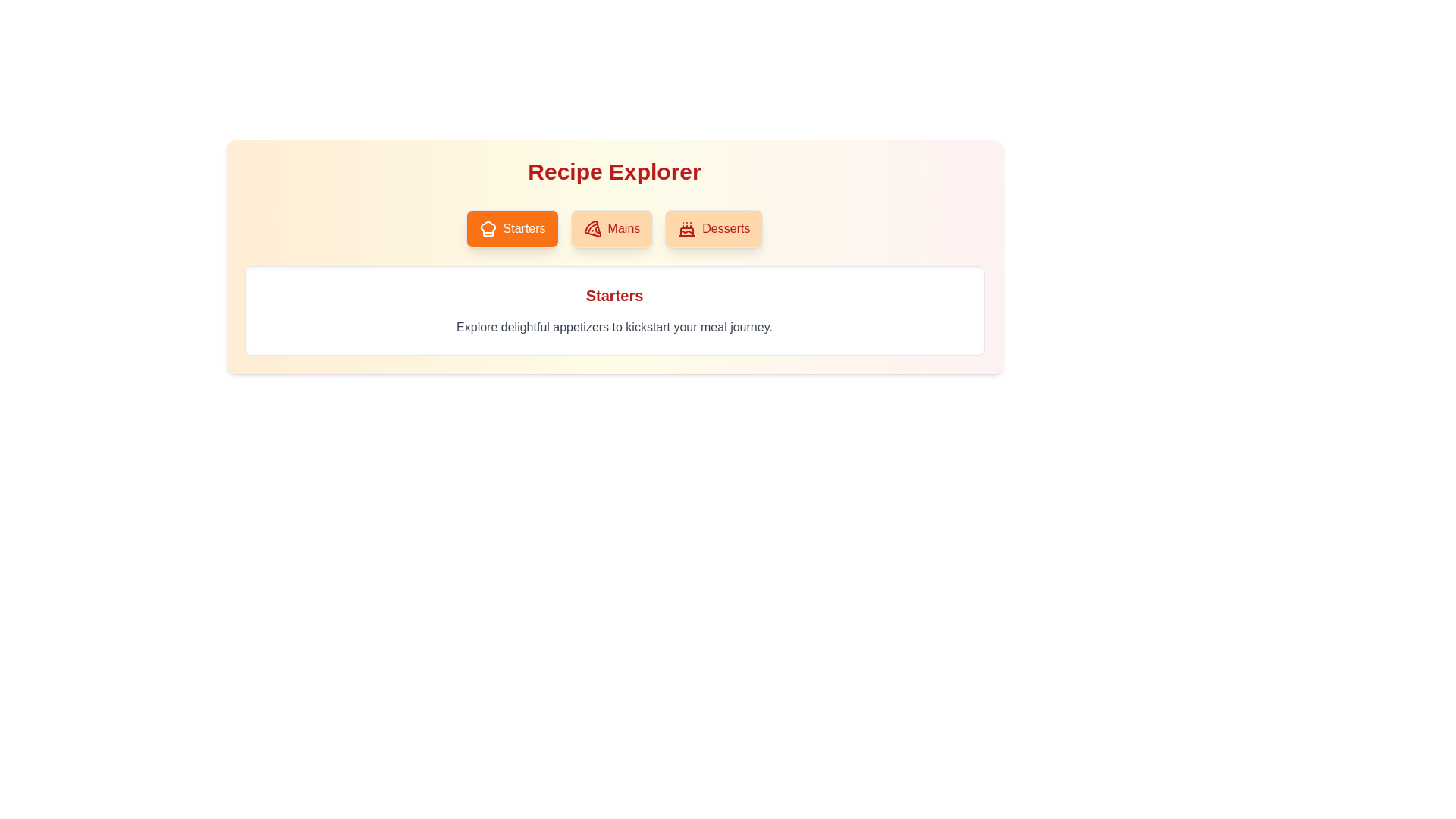  Describe the element at coordinates (512, 228) in the screenshot. I see `the tab labeled Starters to view its content` at that location.